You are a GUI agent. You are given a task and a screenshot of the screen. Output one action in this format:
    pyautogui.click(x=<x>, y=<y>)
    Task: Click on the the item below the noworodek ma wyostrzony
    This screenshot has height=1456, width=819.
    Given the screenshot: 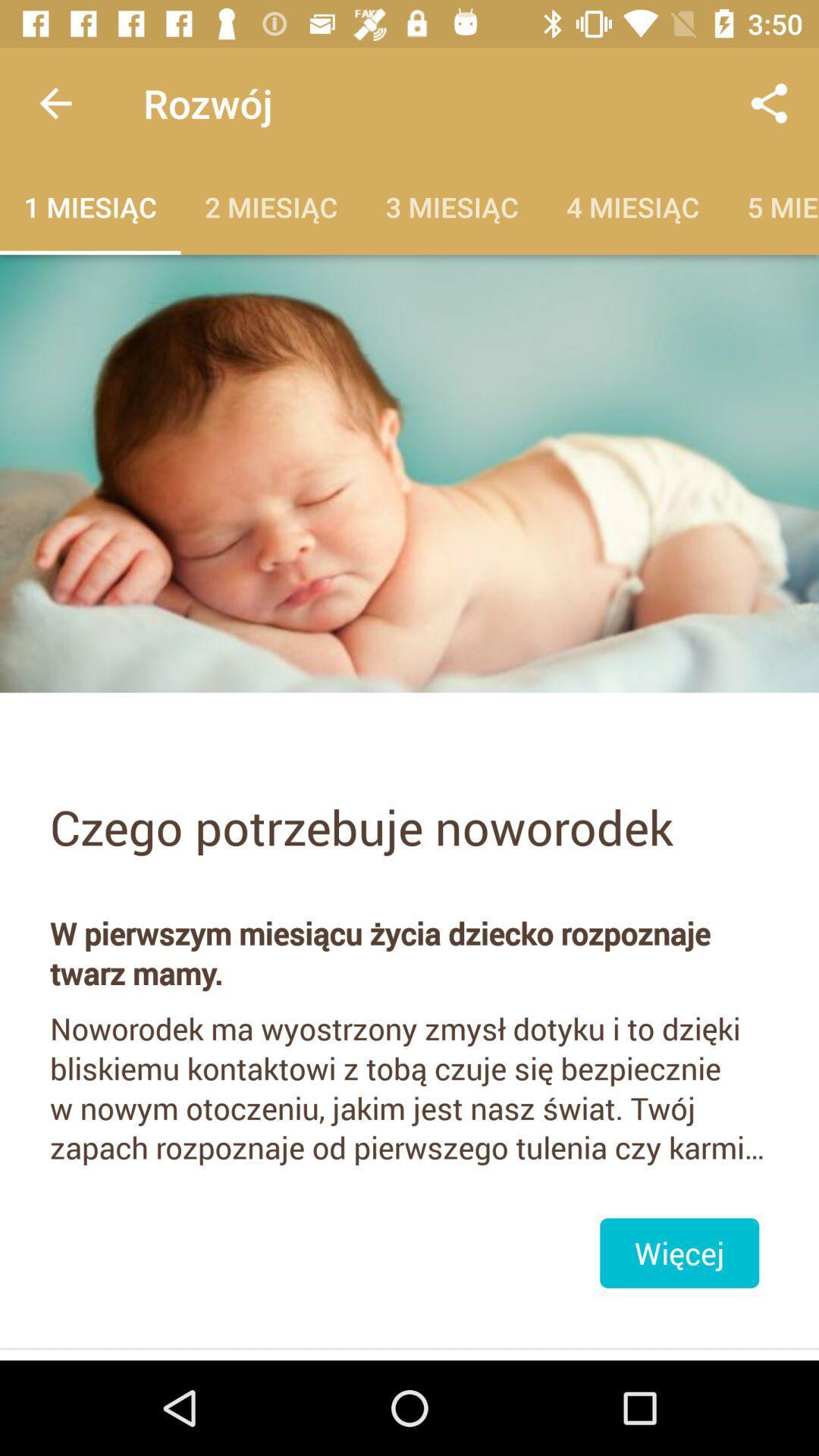 What is the action you would take?
    pyautogui.click(x=679, y=1253)
    